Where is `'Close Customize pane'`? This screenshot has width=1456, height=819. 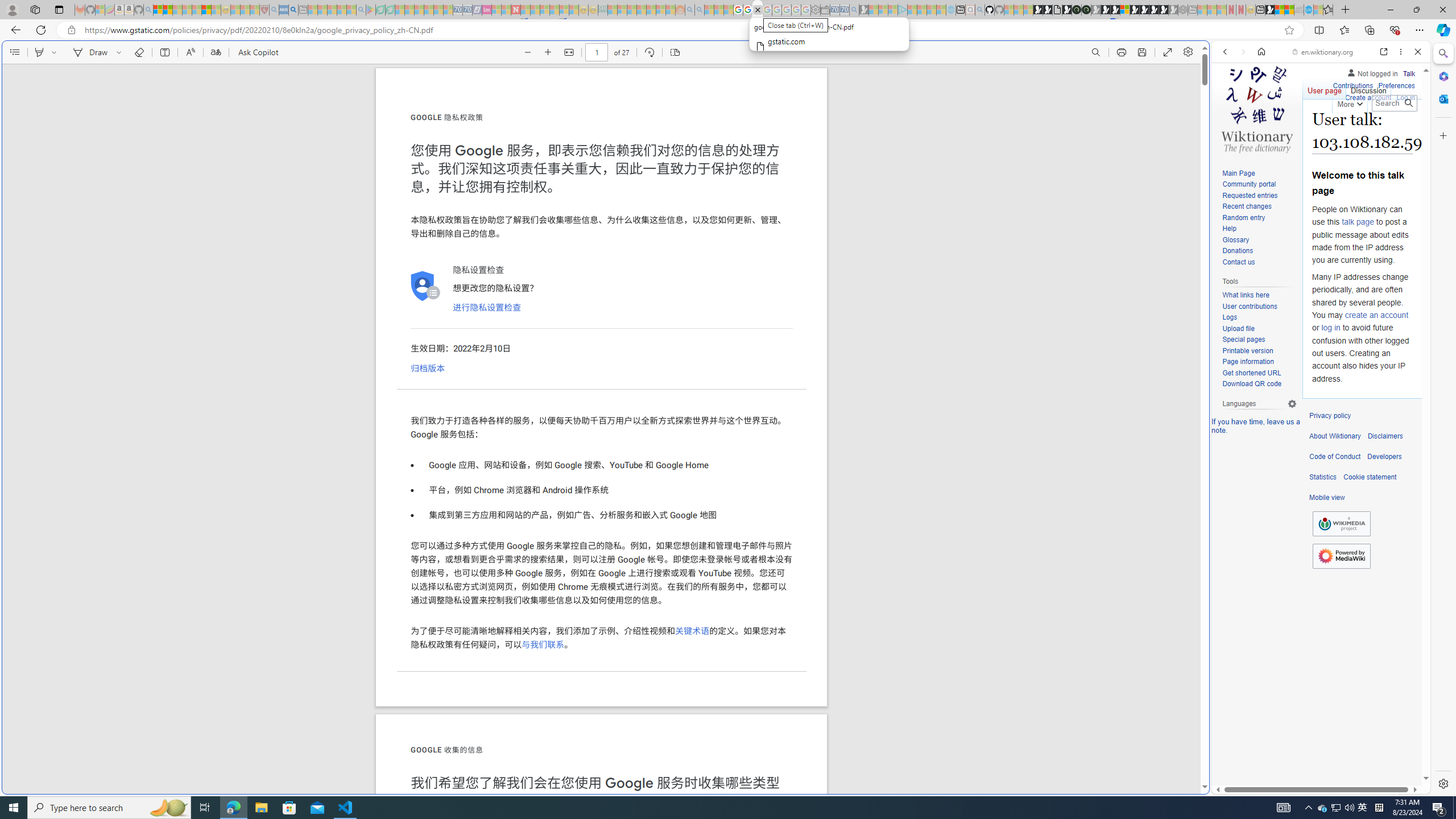 'Close Customize pane' is located at coordinates (1442, 135).